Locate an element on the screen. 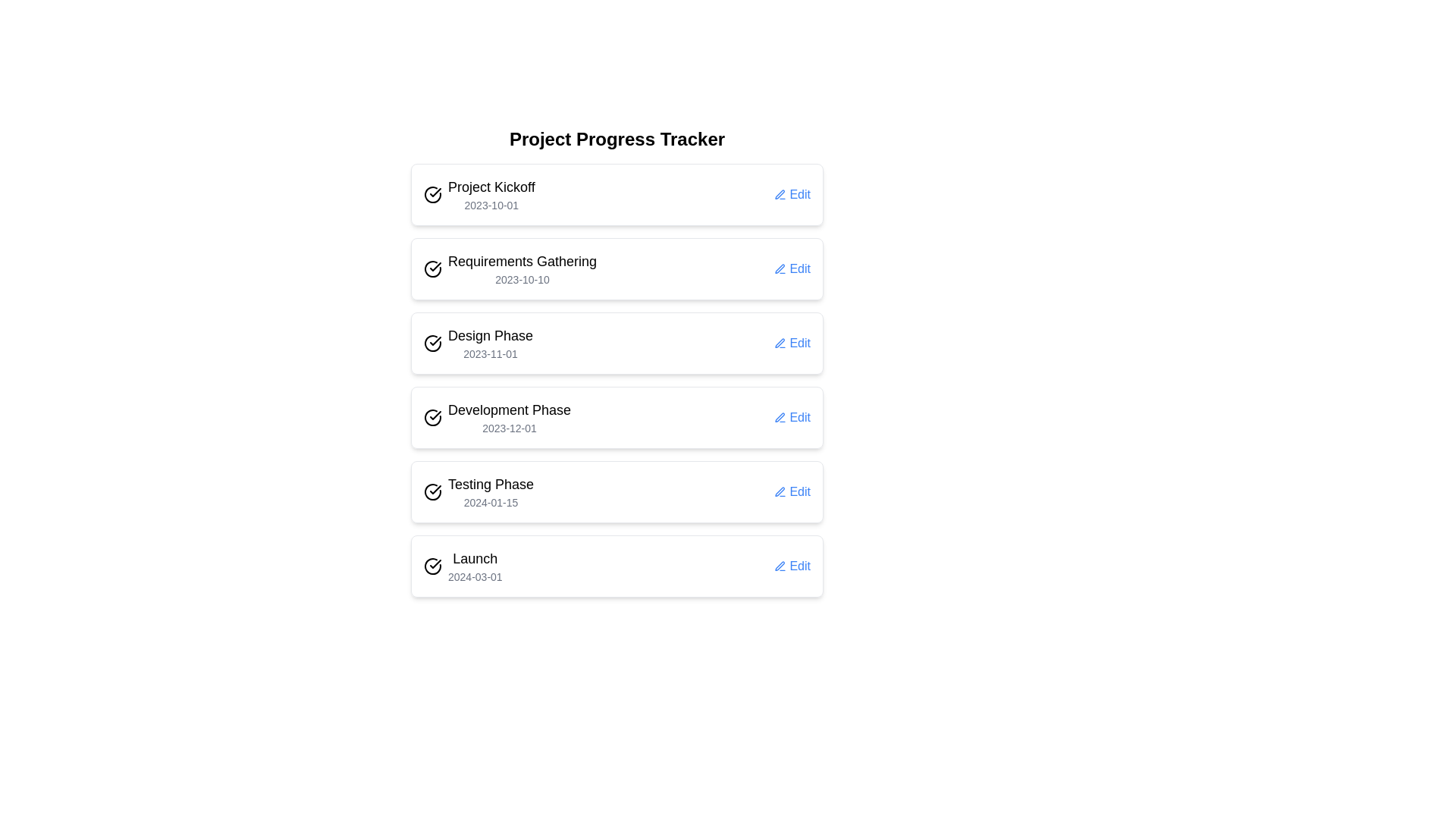 The height and width of the screenshot is (819, 1456). the title text with associated icon that indicates the project phase and its completion status, located at the top of the project progress tracker is located at coordinates (479, 194).